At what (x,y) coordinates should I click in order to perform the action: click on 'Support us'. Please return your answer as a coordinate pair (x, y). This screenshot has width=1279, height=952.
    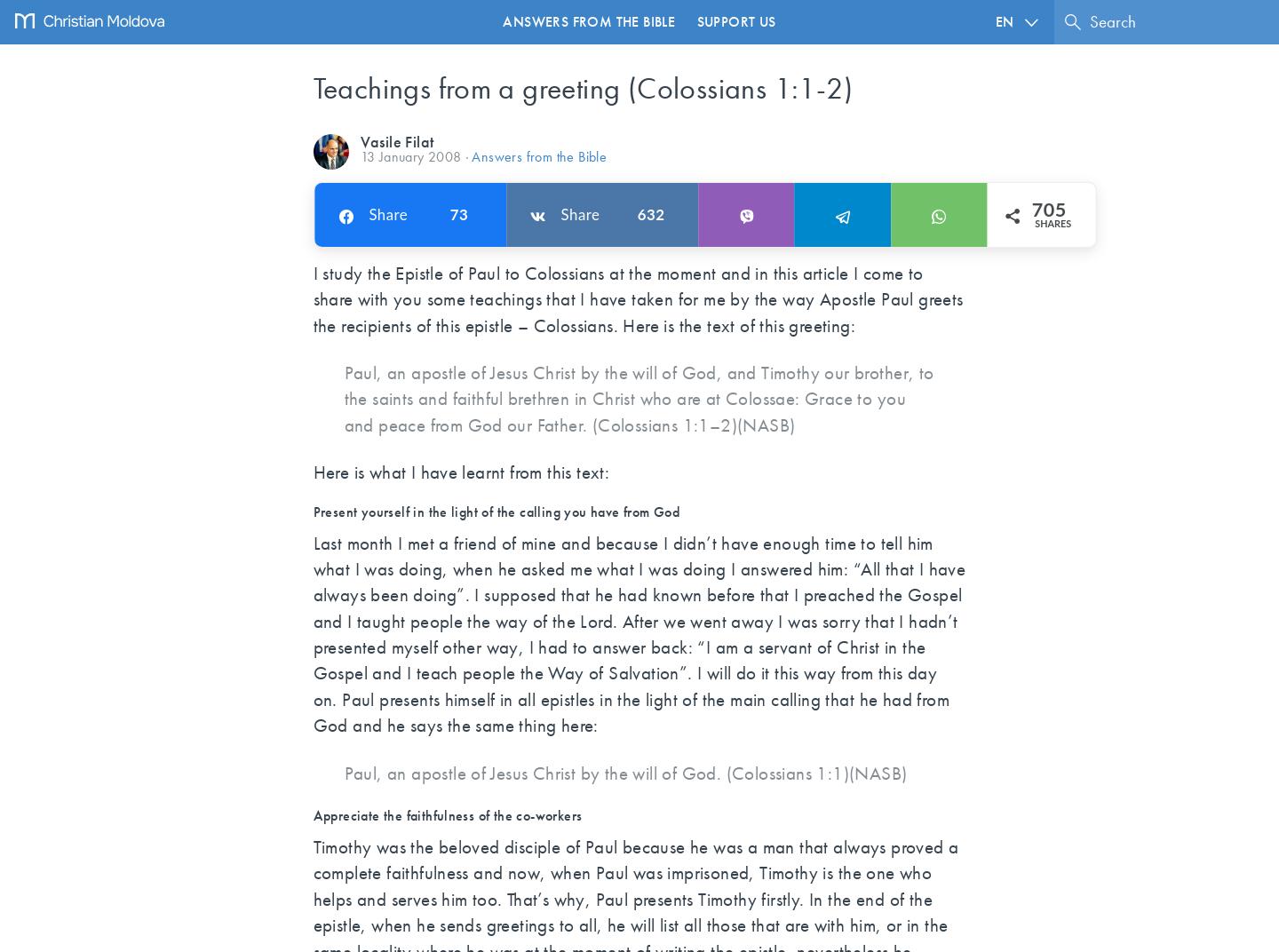
    Looking at the image, I should click on (695, 20).